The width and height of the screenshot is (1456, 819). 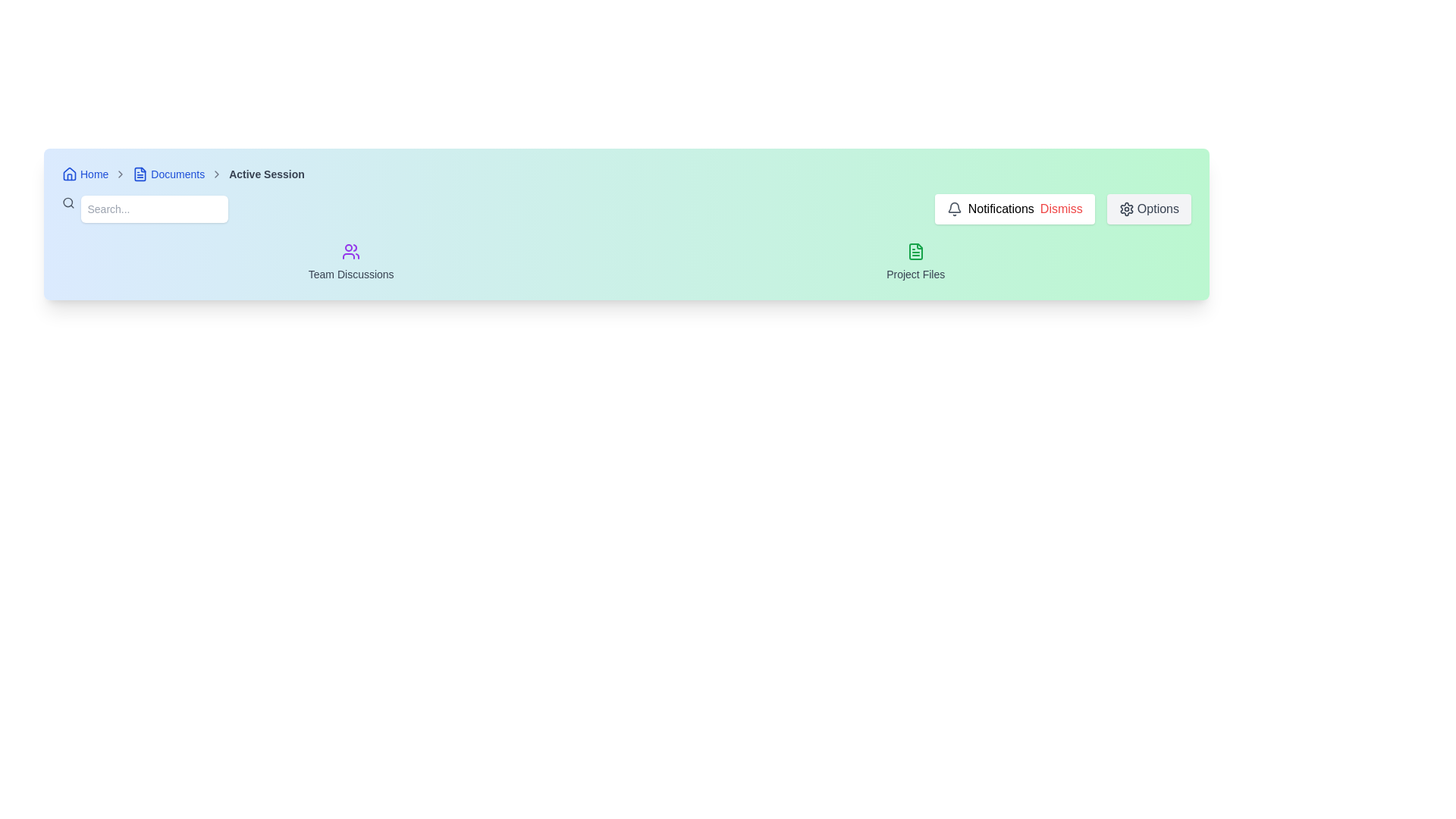 What do you see at coordinates (67, 202) in the screenshot?
I see `the search icon, which is a gray magnifying glass located to the left of the 'Search...' input field, to initiate a search` at bounding box center [67, 202].